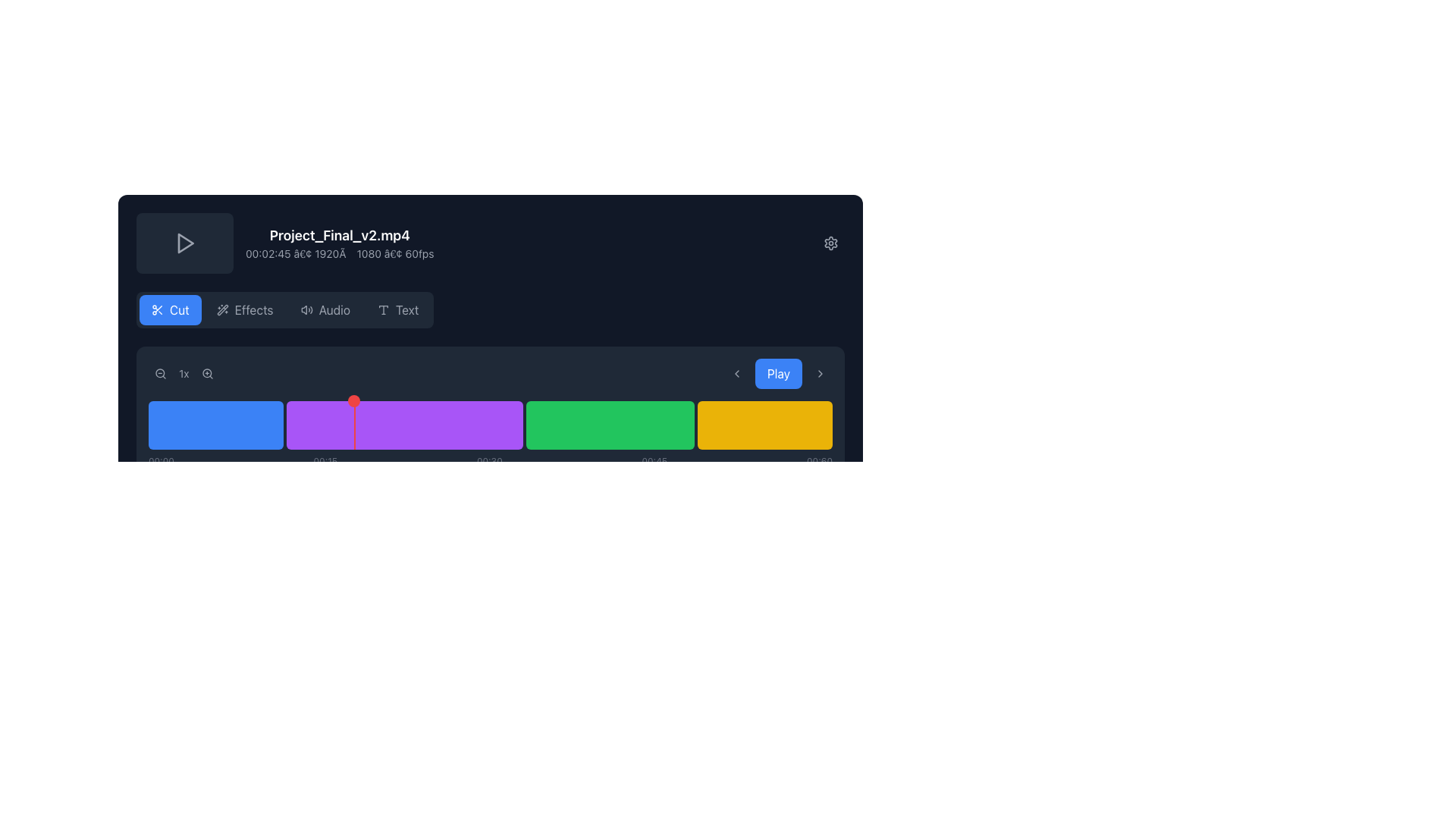 The height and width of the screenshot is (819, 1456). What do you see at coordinates (179, 309) in the screenshot?
I see `the 'Cut' button located` at bounding box center [179, 309].